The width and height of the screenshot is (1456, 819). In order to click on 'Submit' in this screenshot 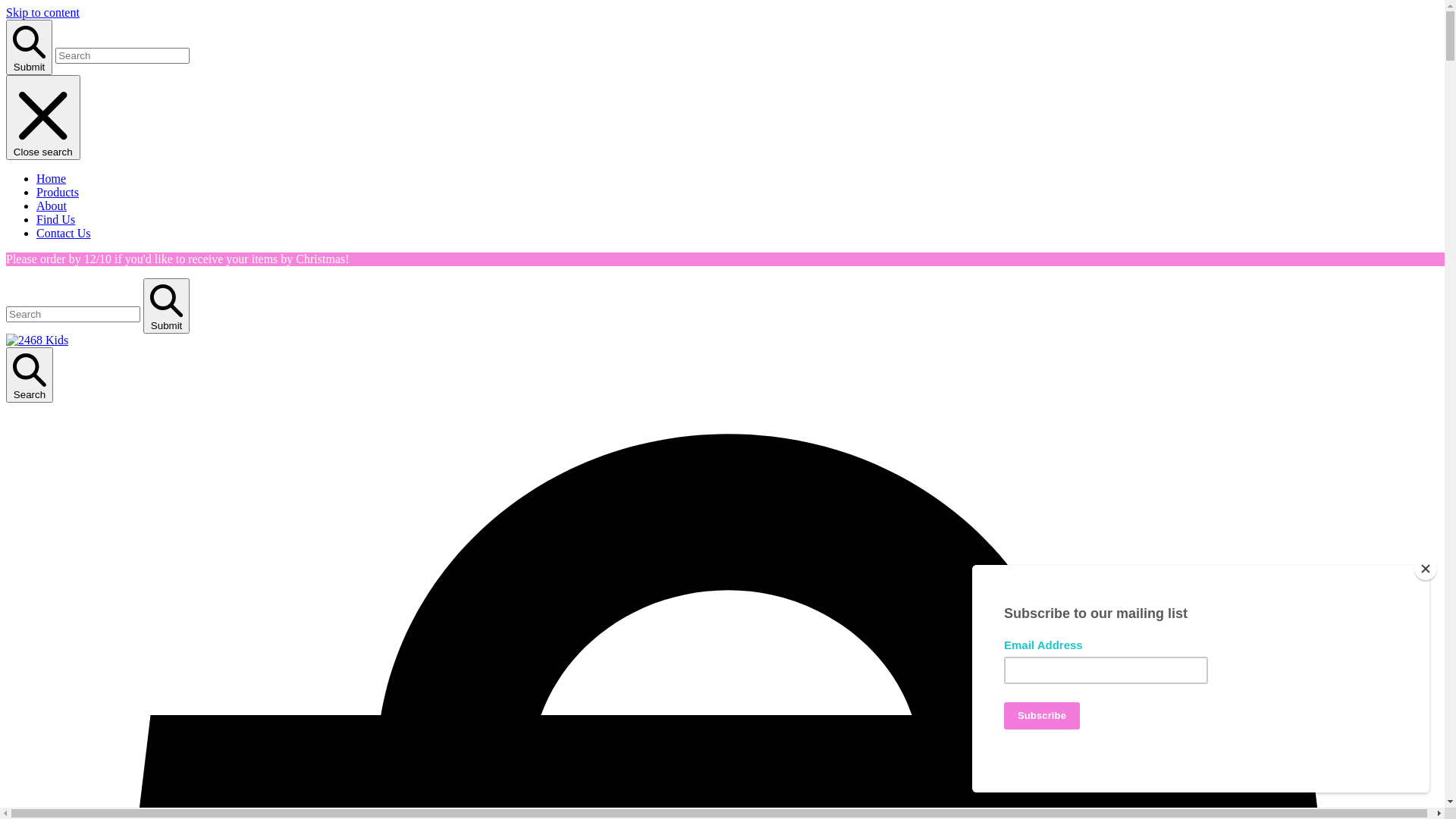, I will do `click(29, 46)`.